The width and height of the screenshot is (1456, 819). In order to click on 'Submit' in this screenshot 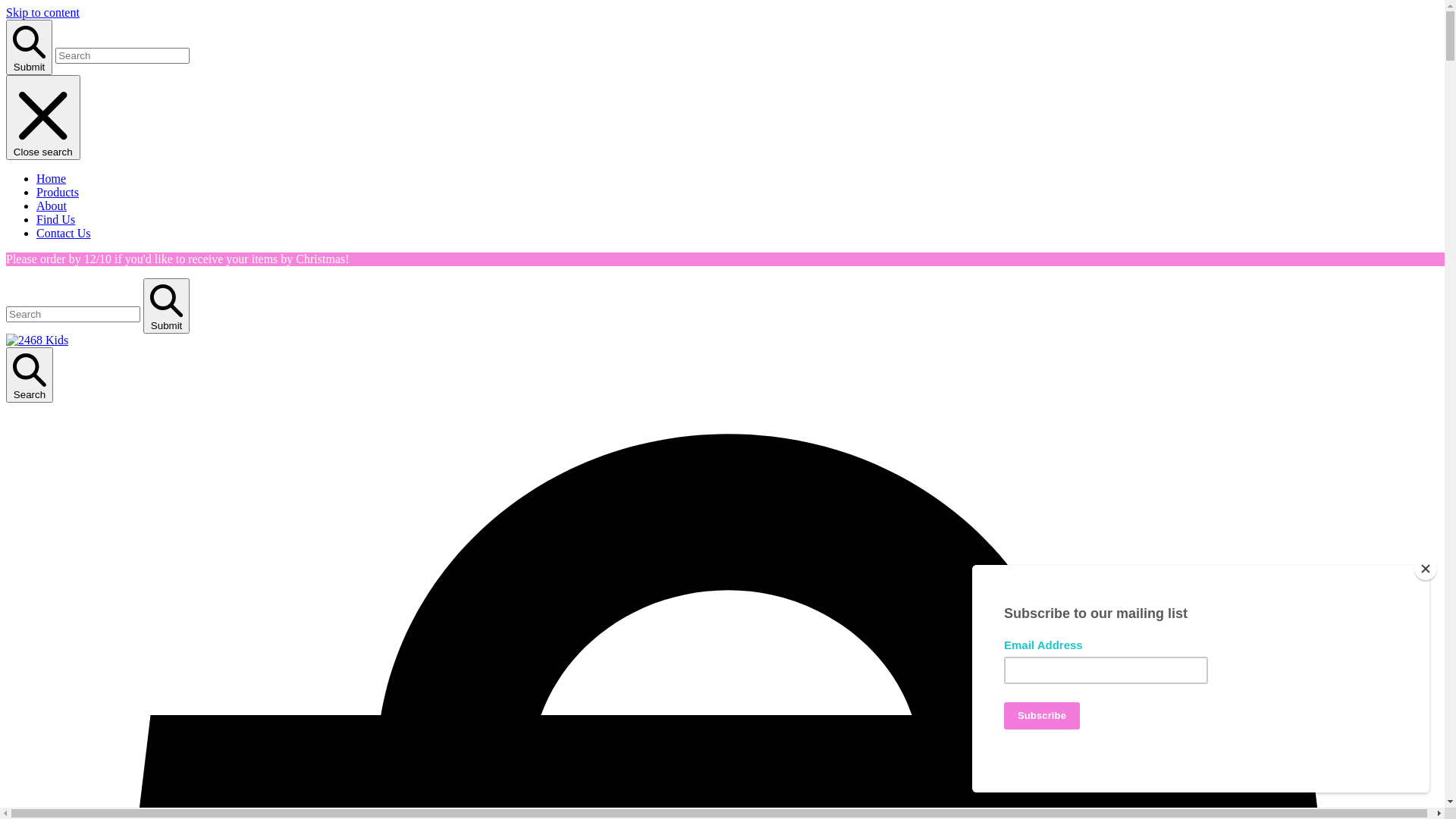, I will do `click(29, 46)`.